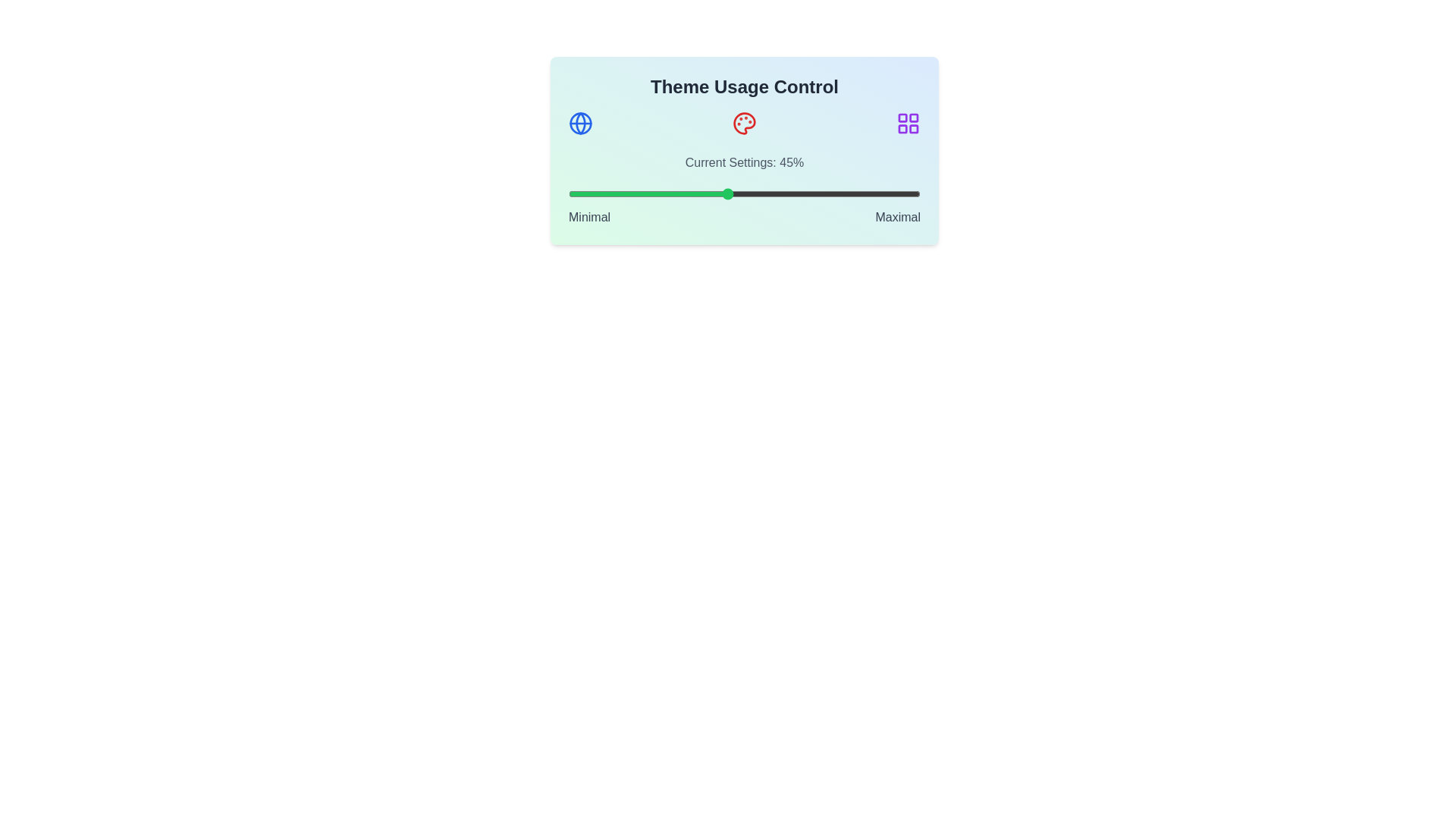 Image resolution: width=1456 pixels, height=819 pixels. I want to click on the Palette icon to select the theme, so click(745, 122).